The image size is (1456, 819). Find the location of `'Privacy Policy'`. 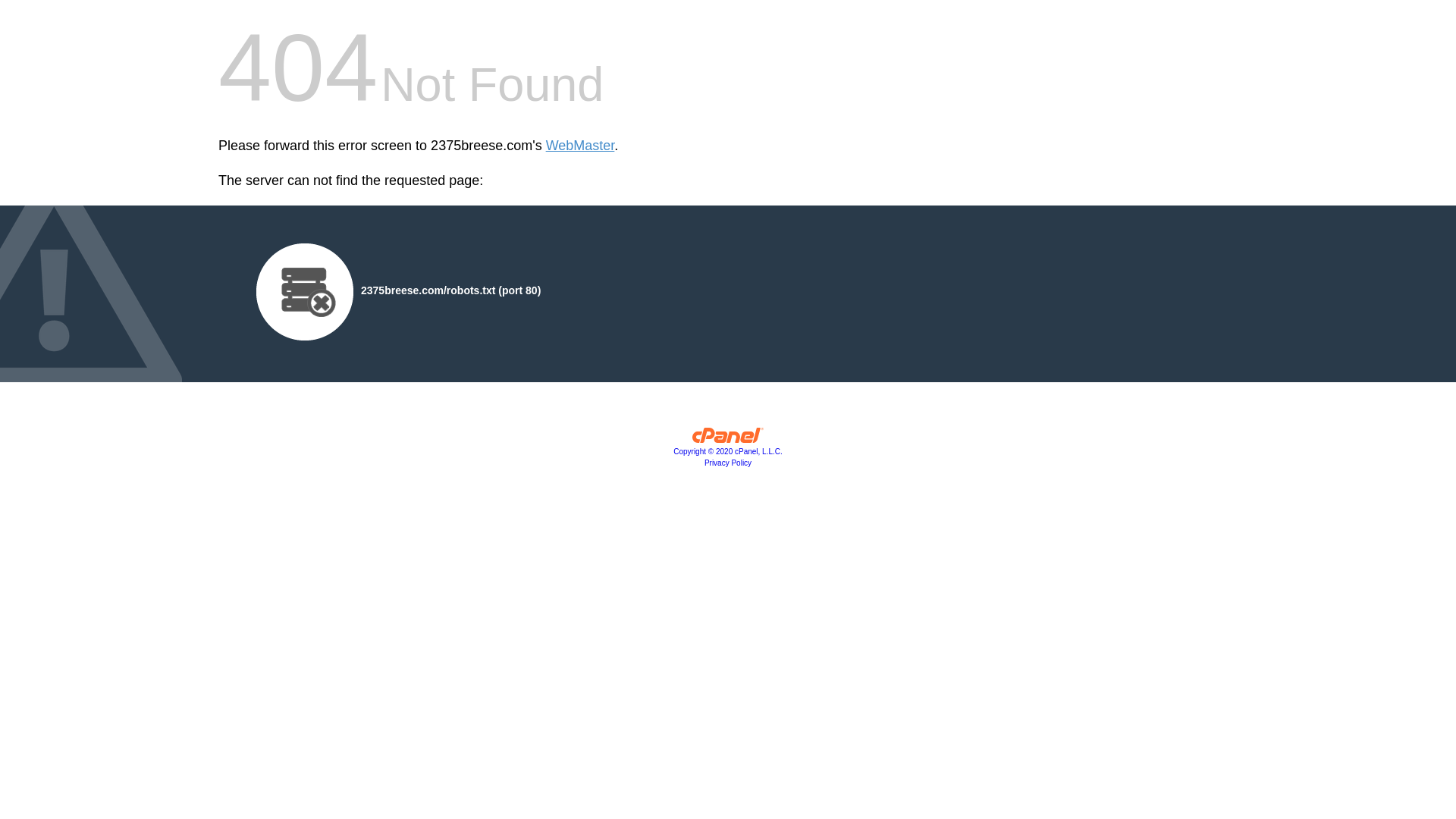

'Privacy Policy' is located at coordinates (728, 462).